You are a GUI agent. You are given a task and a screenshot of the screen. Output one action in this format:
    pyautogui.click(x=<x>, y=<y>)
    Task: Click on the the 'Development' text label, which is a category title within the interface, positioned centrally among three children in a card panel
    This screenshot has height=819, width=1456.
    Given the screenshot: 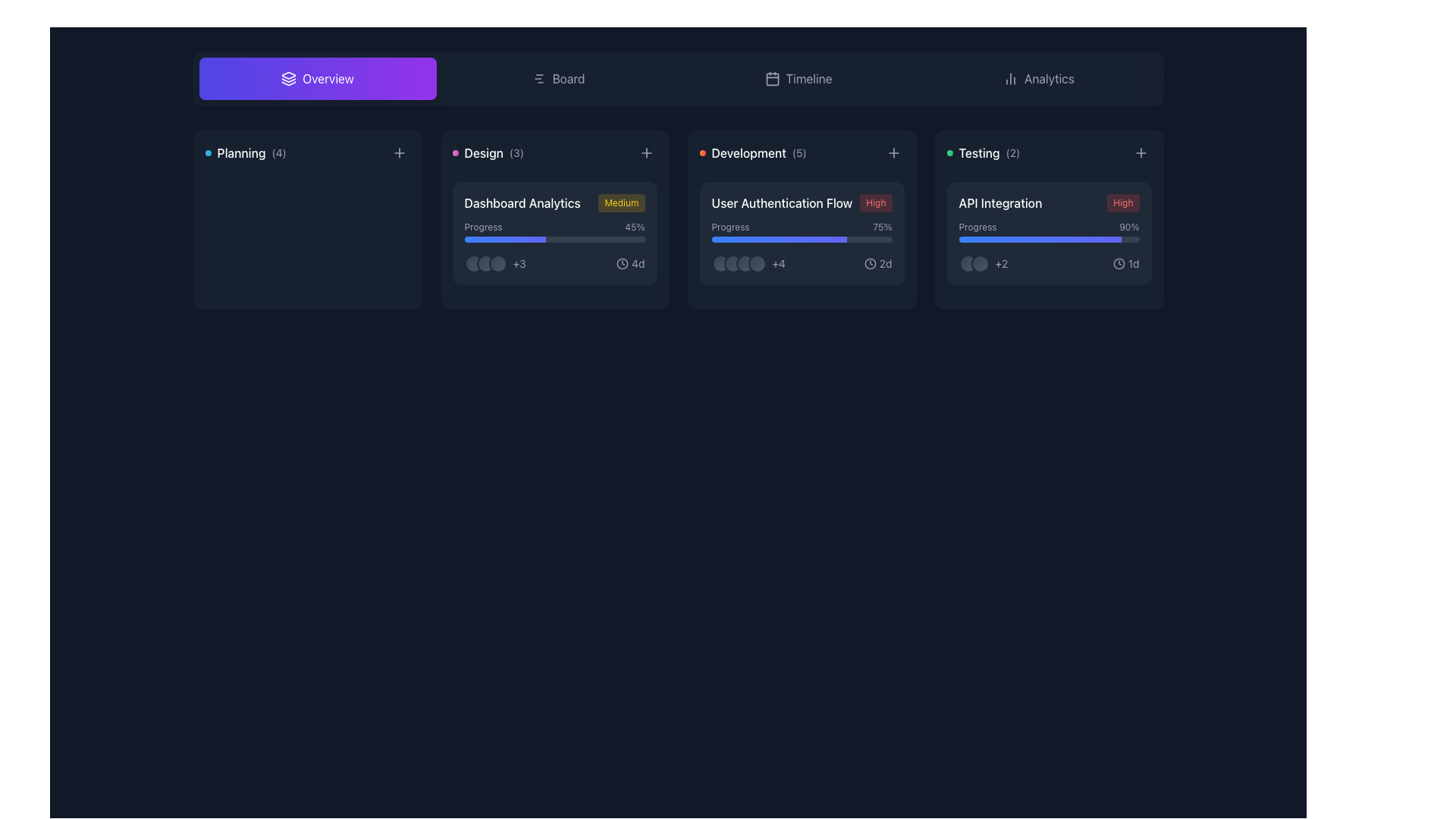 What is the action you would take?
    pyautogui.click(x=748, y=152)
    